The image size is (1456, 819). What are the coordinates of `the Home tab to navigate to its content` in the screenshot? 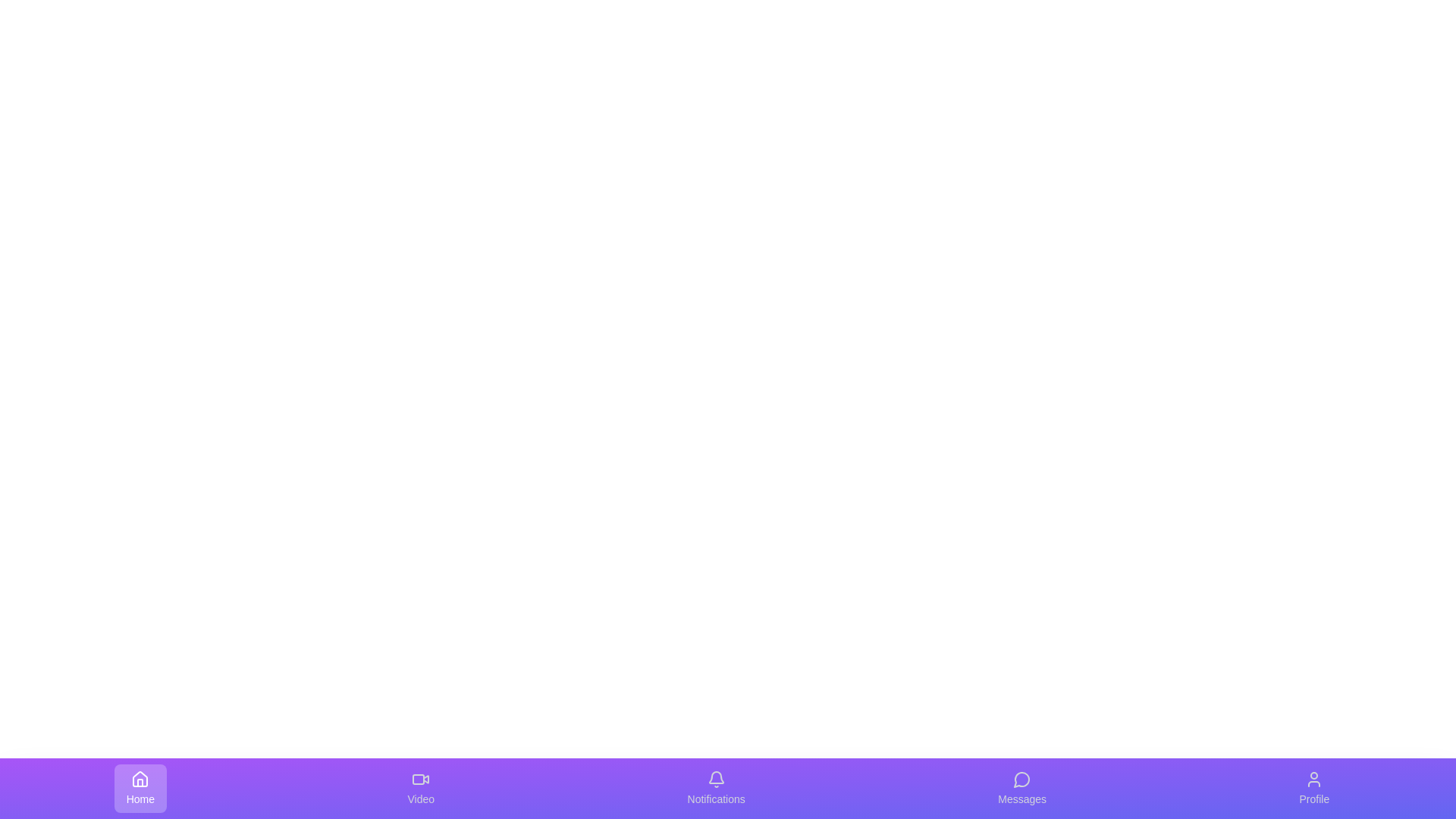 It's located at (140, 788).